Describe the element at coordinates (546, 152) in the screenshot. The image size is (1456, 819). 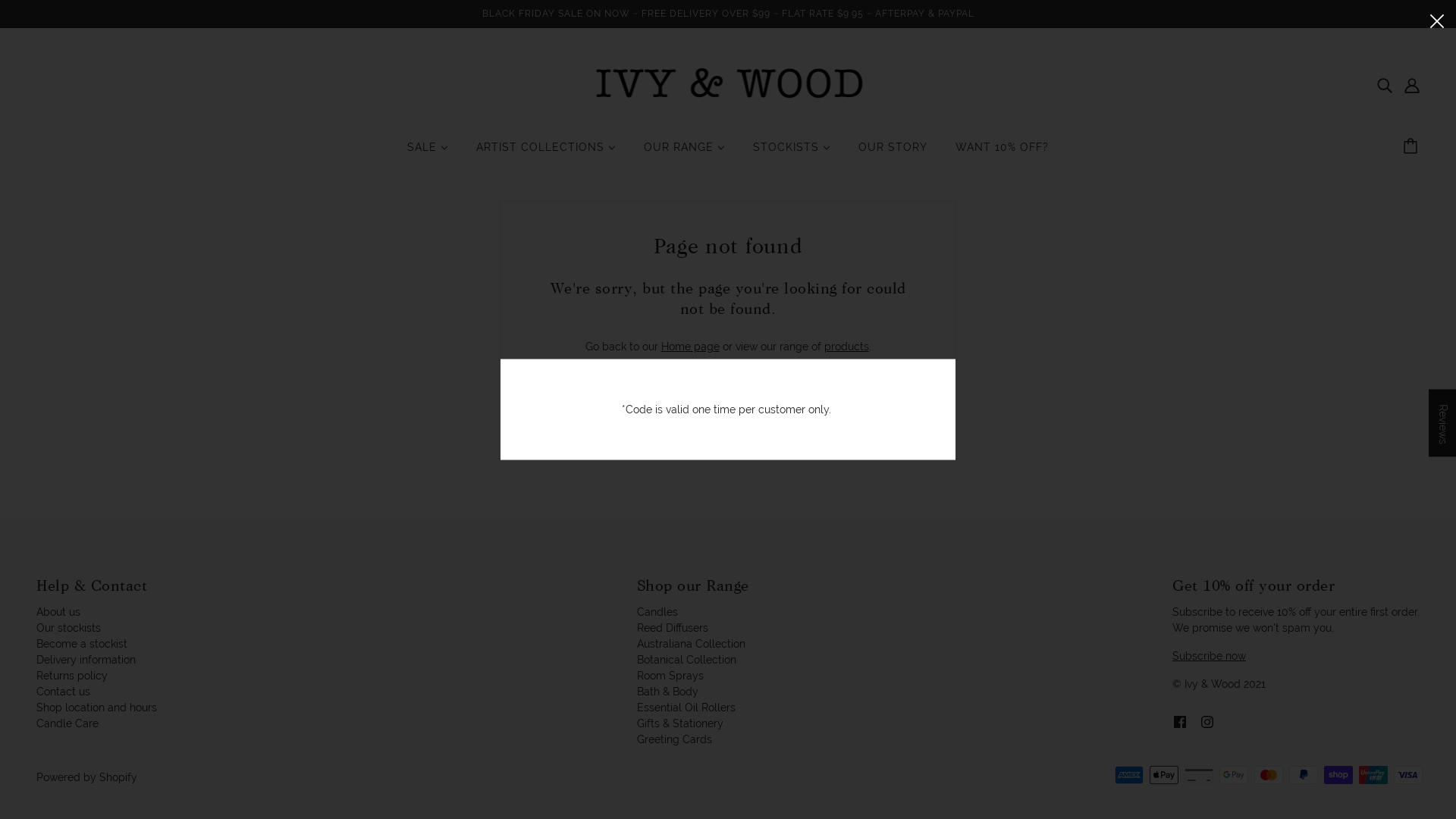
I see `'ARTIST COLLECTIONS'` at that location.